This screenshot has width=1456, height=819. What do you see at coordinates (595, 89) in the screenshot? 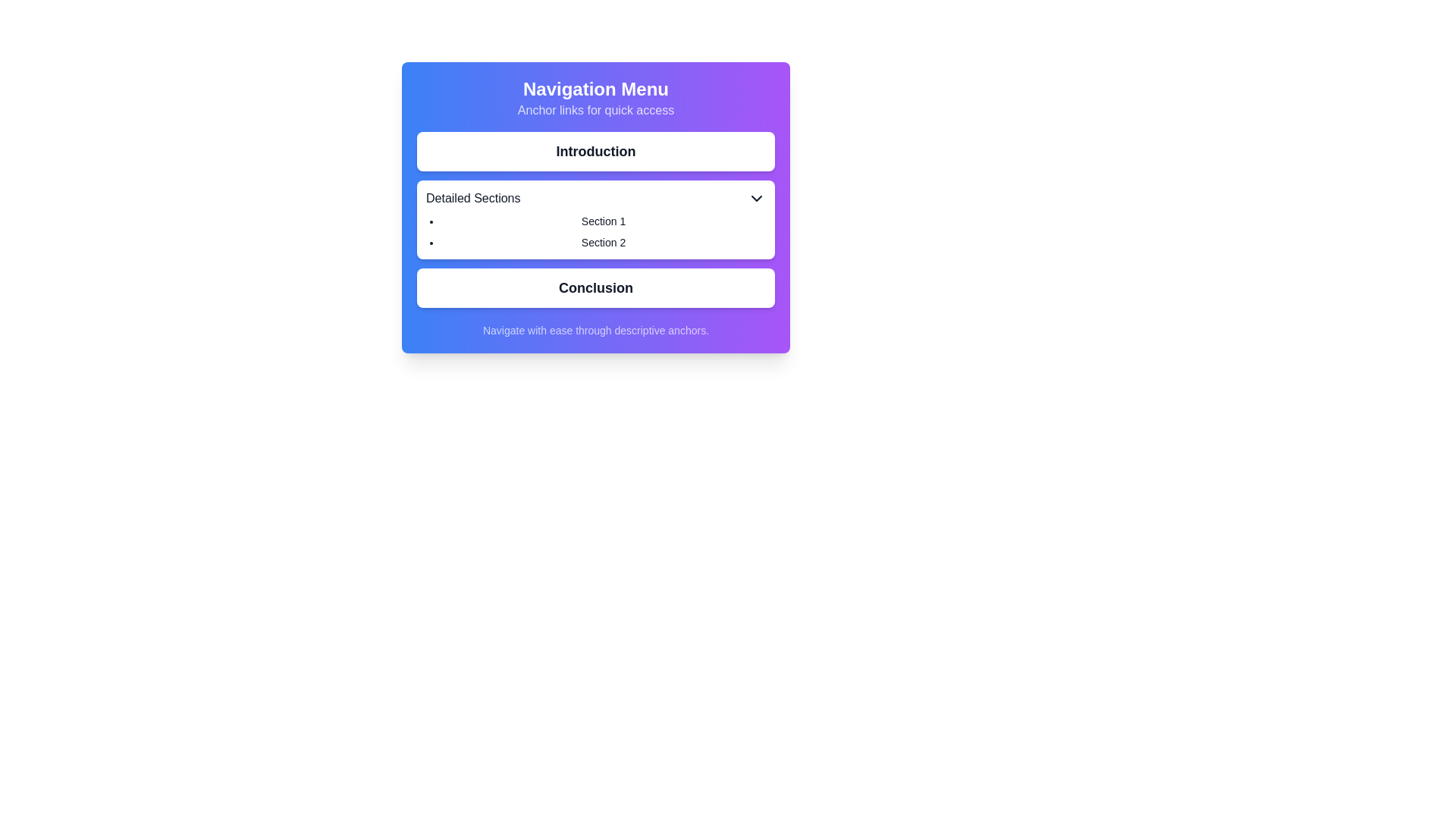
I see `the 'Navigation Menu' header element` at bounding box center [595, 89].